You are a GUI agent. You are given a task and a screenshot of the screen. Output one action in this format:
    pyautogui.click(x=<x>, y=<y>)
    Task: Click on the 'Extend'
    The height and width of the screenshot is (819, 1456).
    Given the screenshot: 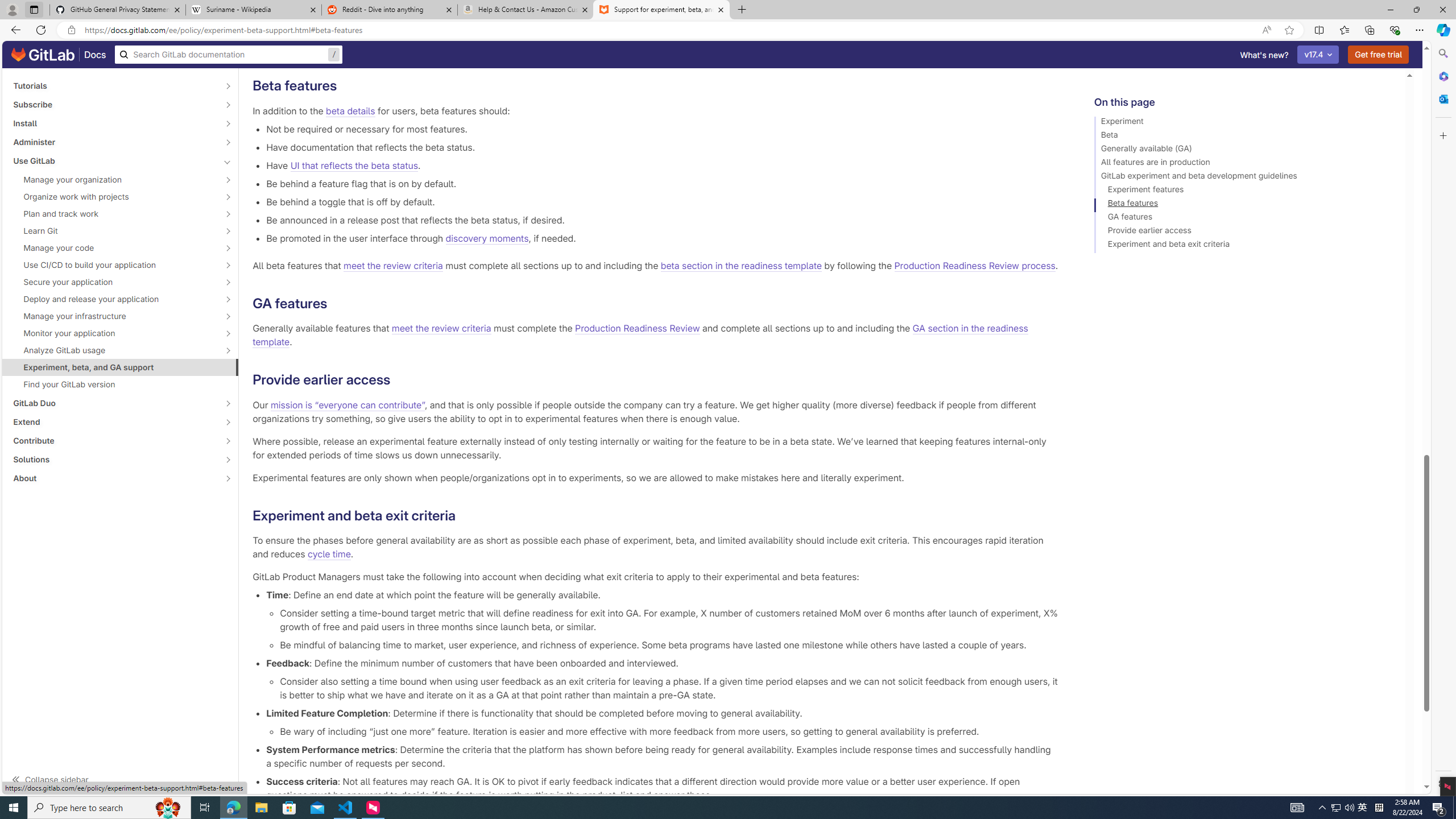 What is the action you would take?
    pyautogui.click(x=113, y=422)
    